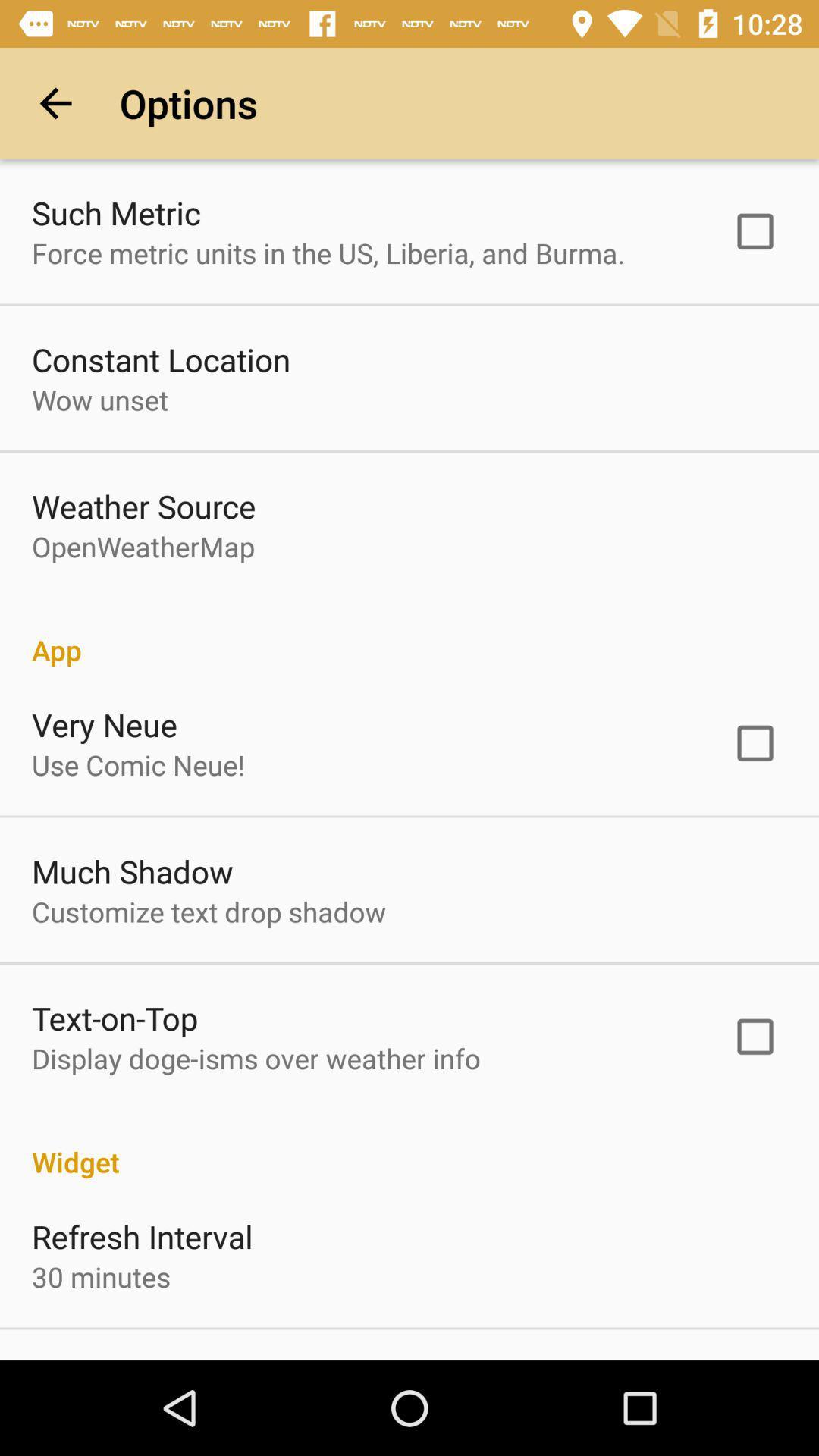  What do you see at coordinates (409, 634) in the screenshot?
I see `the app below openweathermap` at bounding box center [409, 634].